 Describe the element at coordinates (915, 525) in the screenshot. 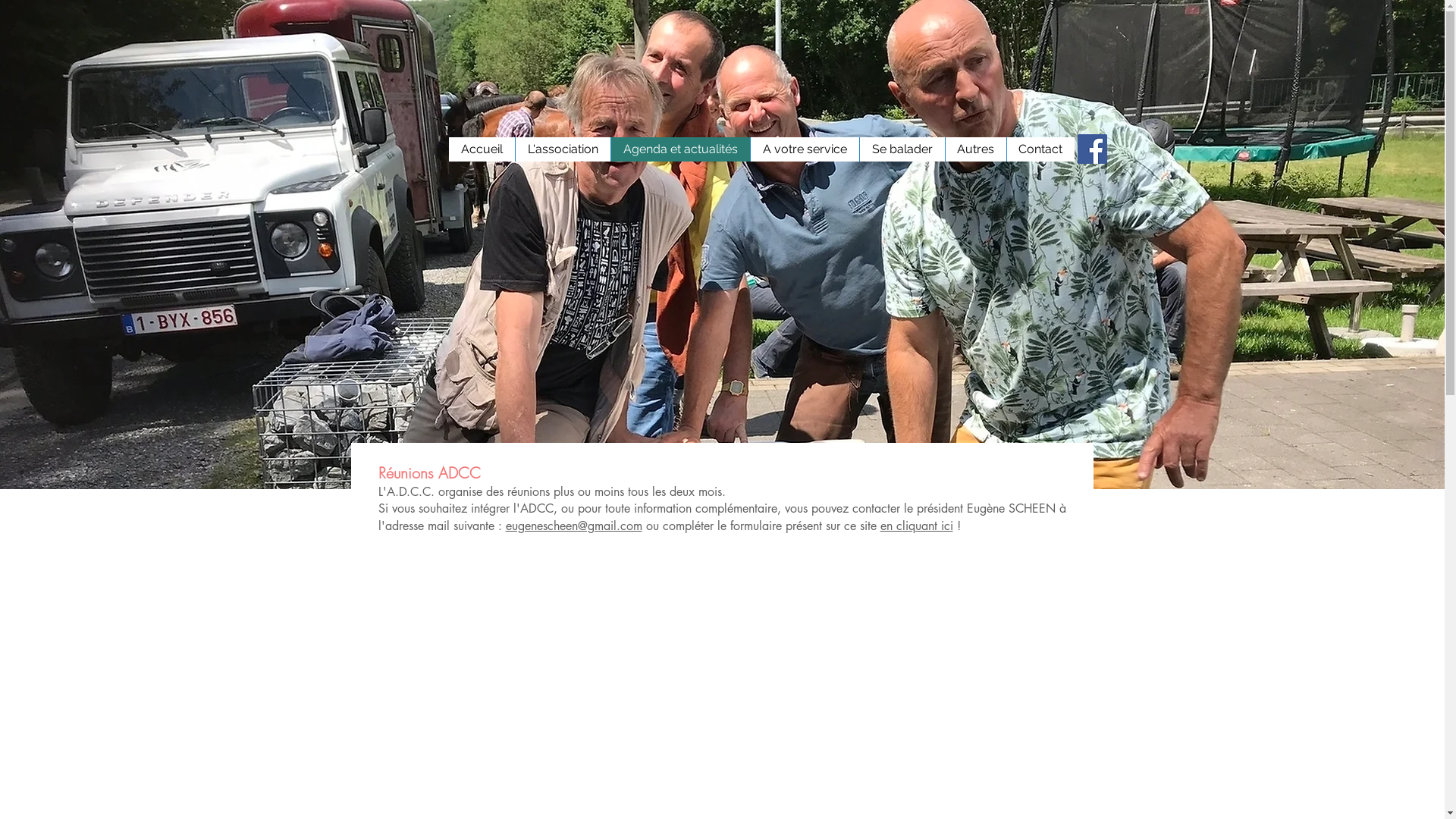

I see `'en cliquant ici'` at that location.